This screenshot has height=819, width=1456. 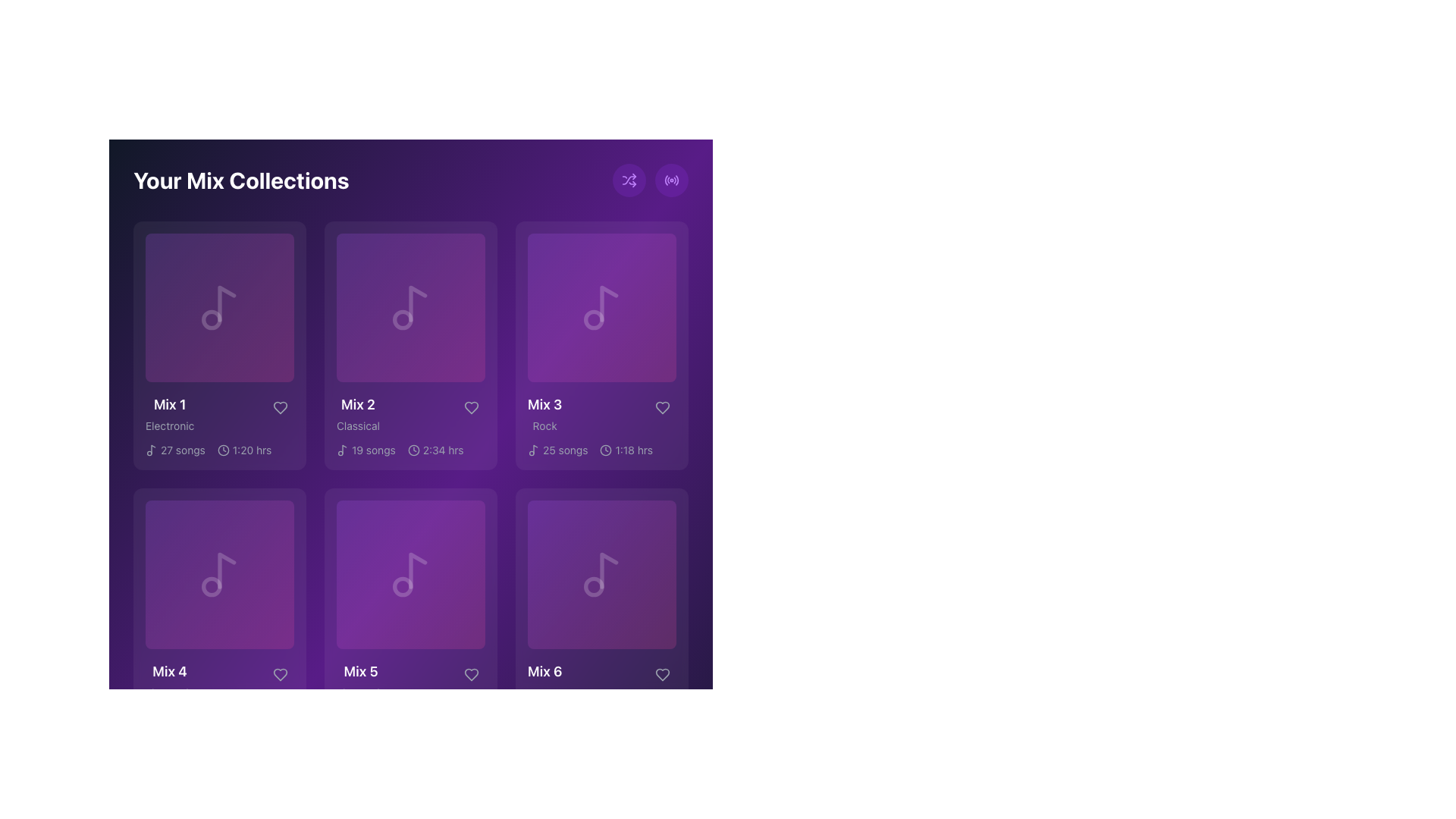 I want to click on the outermost arc of the radio wave icon located in the top-right section of the interface, which is styled with a thin purple stroke, so click(x=666, y=180).